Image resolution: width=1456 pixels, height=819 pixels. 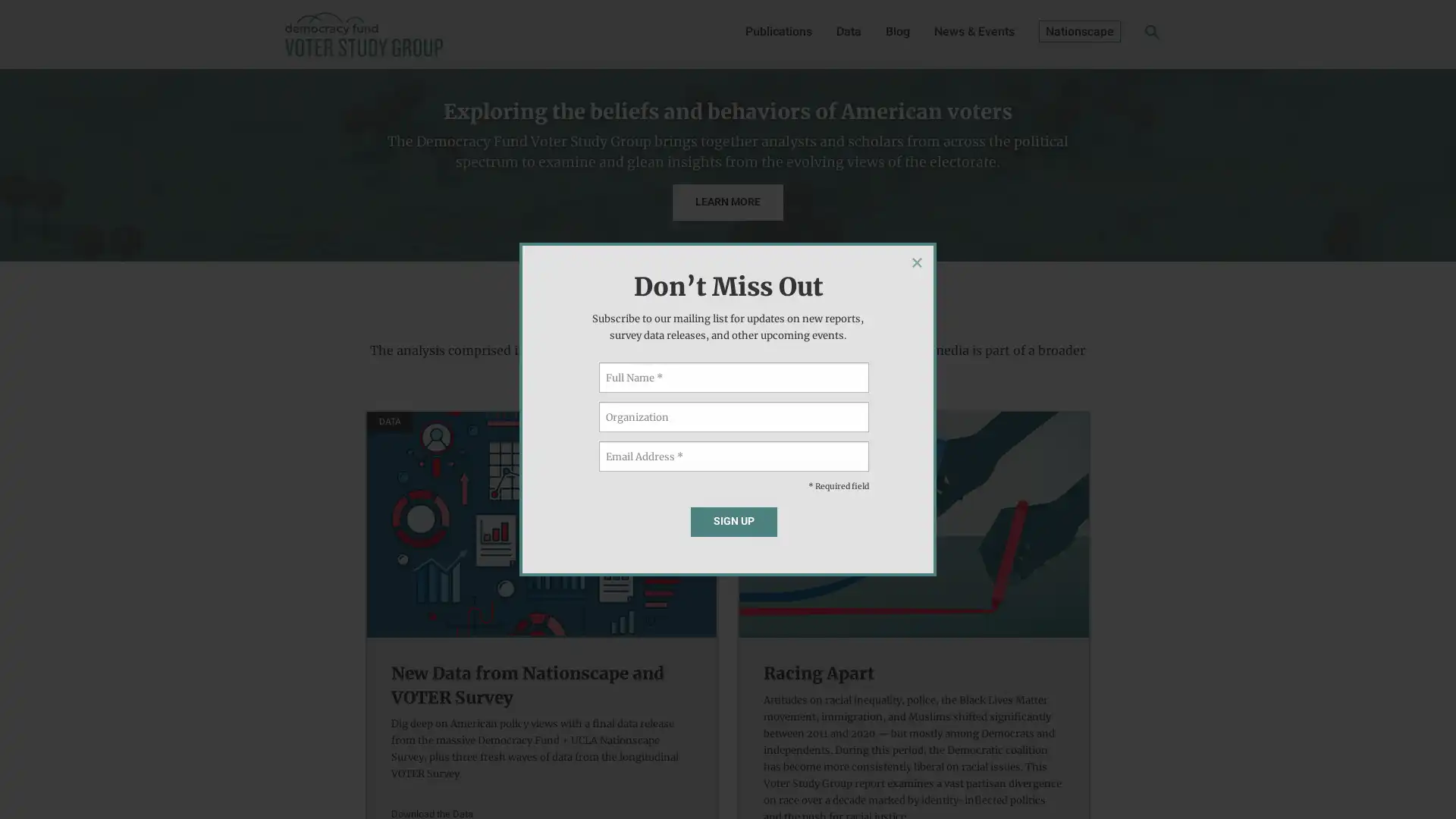 What do you see at coordinates (1128, 35) in the screenshot?
I see `SEARCH` at bounding box center [1128, 35].